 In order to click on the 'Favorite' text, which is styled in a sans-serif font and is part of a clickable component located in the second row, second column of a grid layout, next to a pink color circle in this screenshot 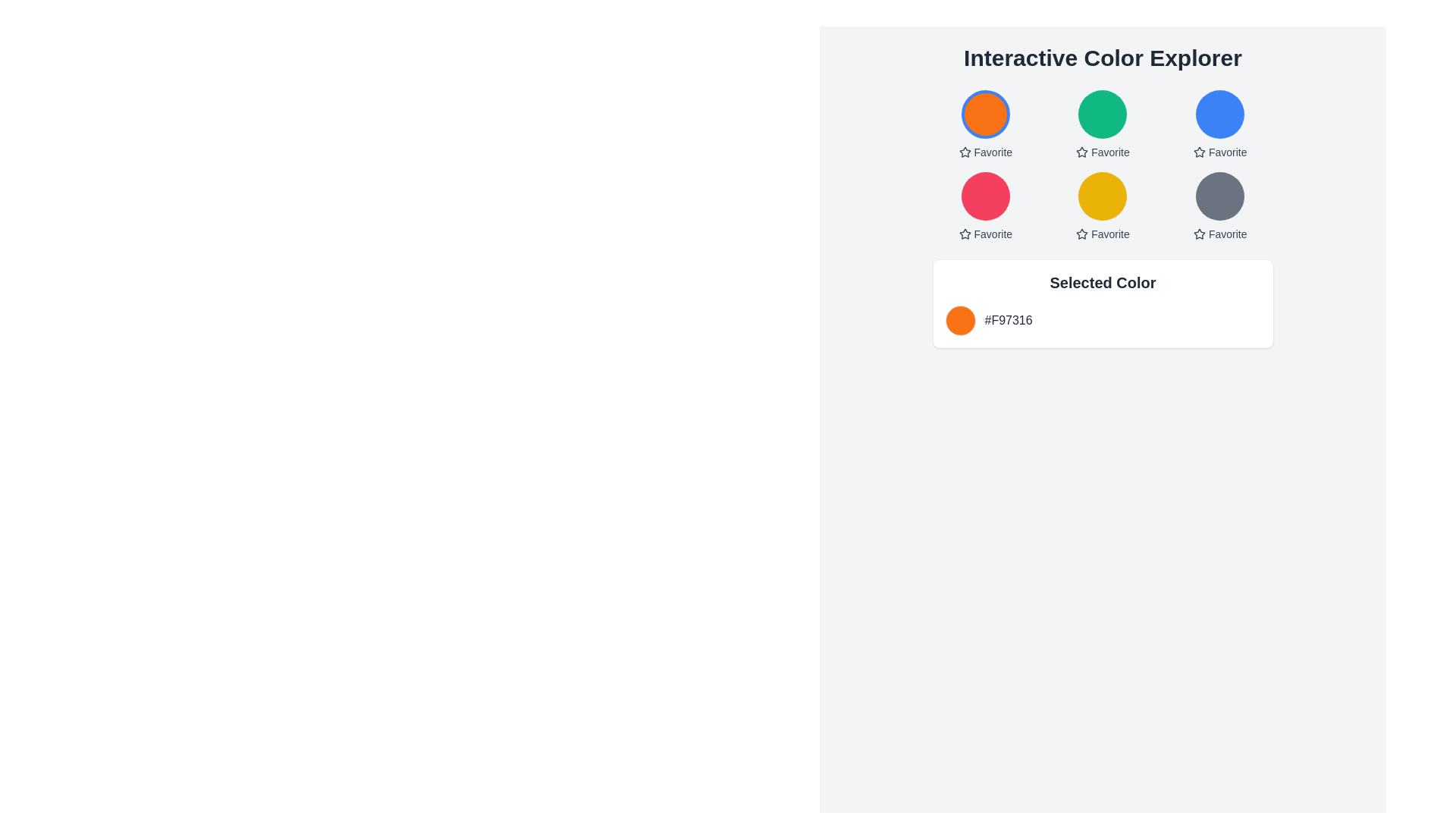, I will do `click(993, 234)`.